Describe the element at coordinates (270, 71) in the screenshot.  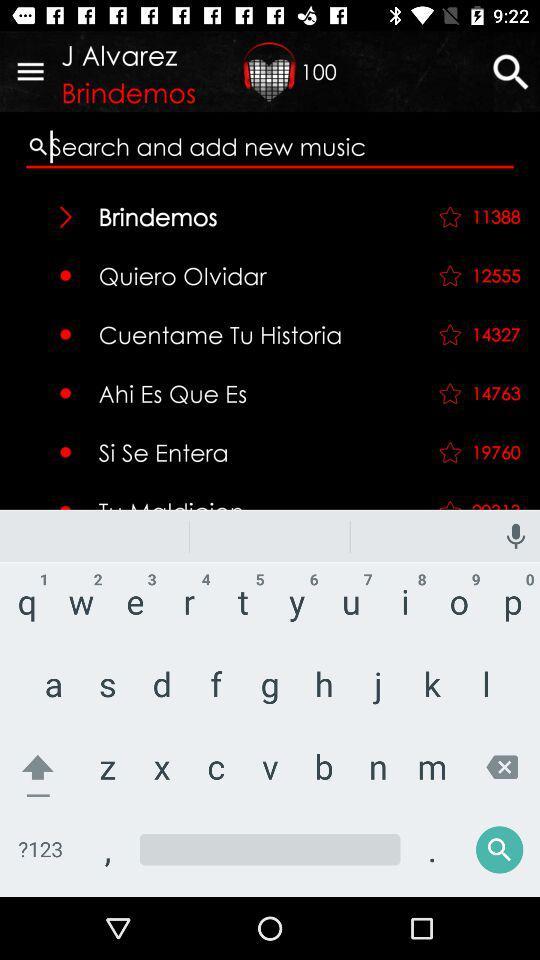
I see `the gift icon` at that location.